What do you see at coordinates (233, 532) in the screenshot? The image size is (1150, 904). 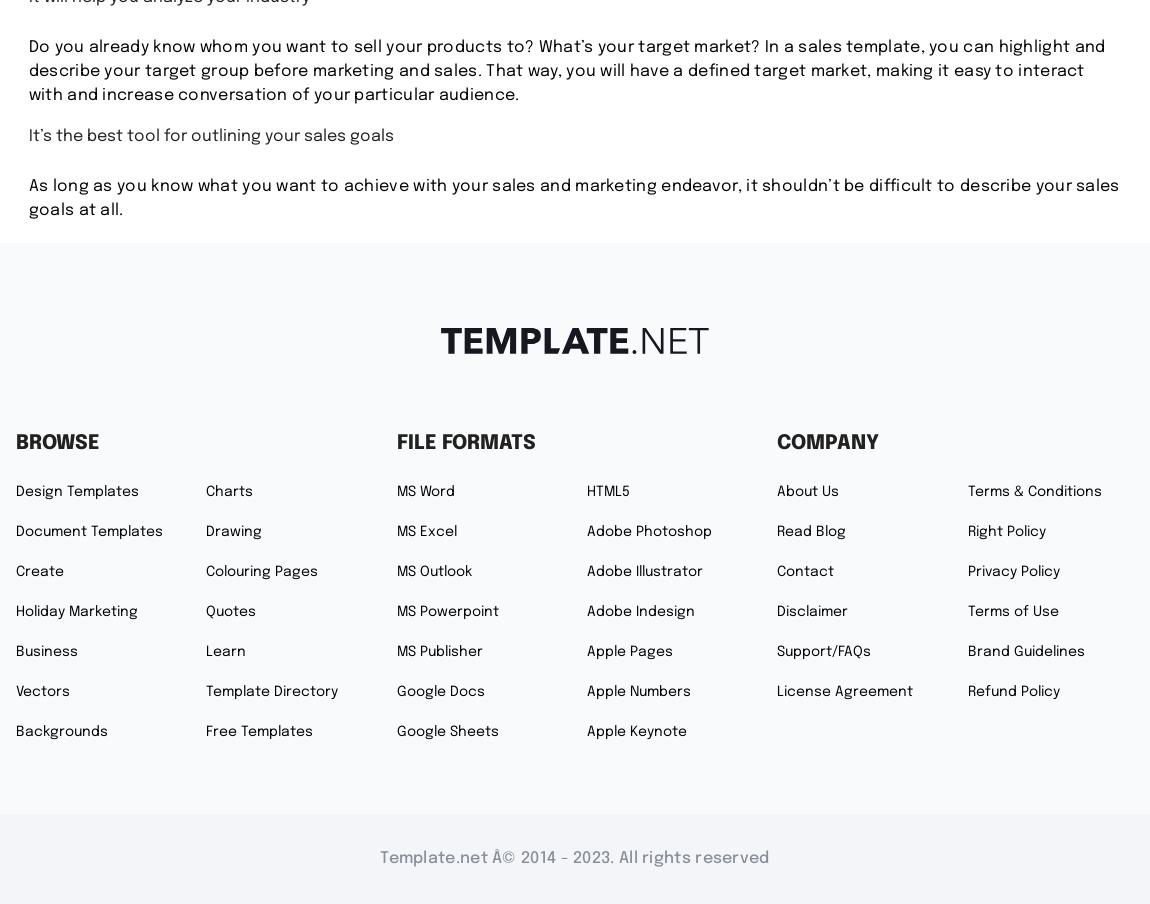 I see `'Drawing'` at bounding box center [233, 532].